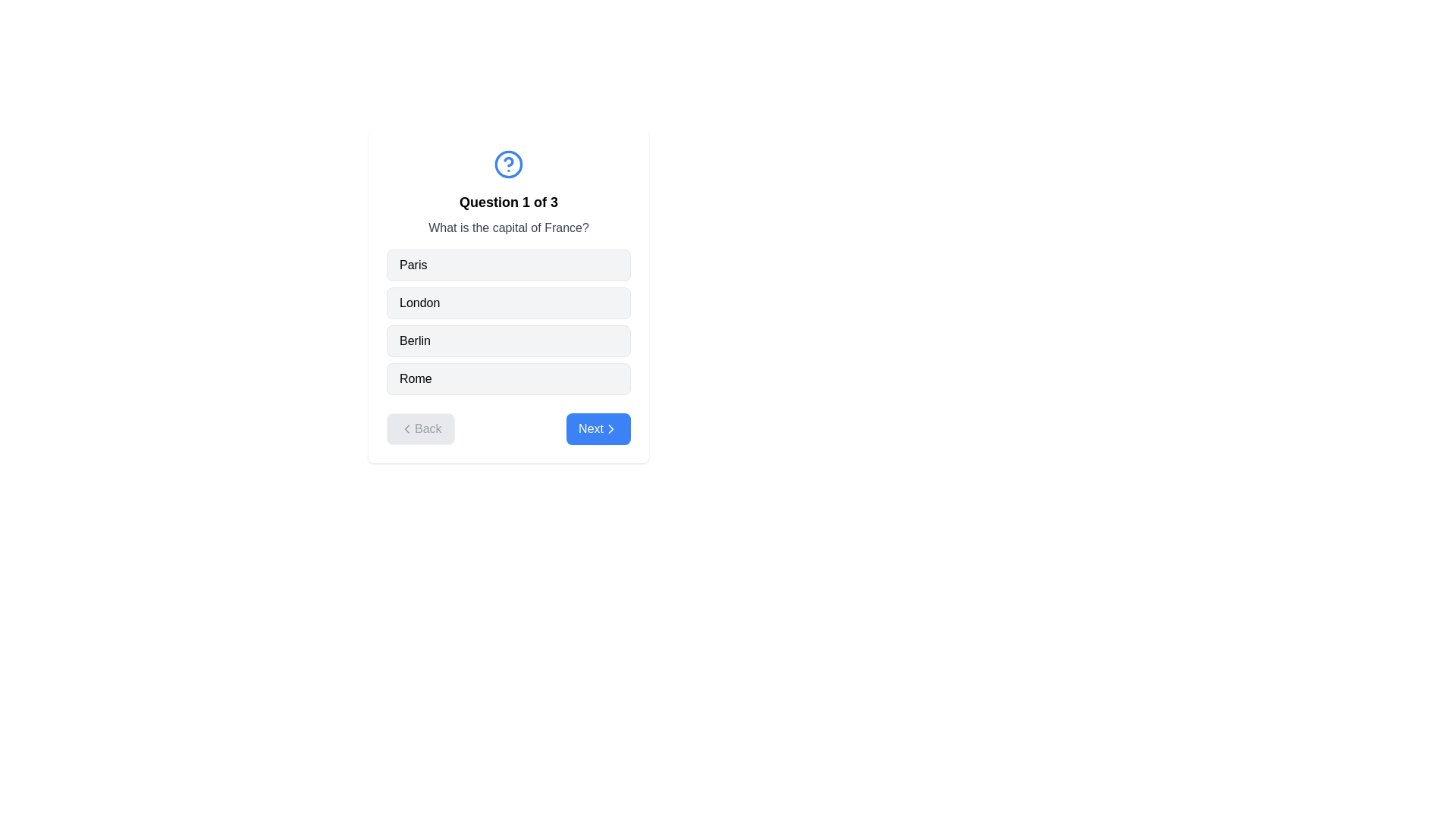 The image size is (1456, 819). What do you see at coordinates (611, 429) in the screenshot?
I see `the stylized chevron icon located inside the 'Next' button, which is situated at the bottom-right corner of the question interface, to receive interactive feedback` at bounding box center [611, 429].